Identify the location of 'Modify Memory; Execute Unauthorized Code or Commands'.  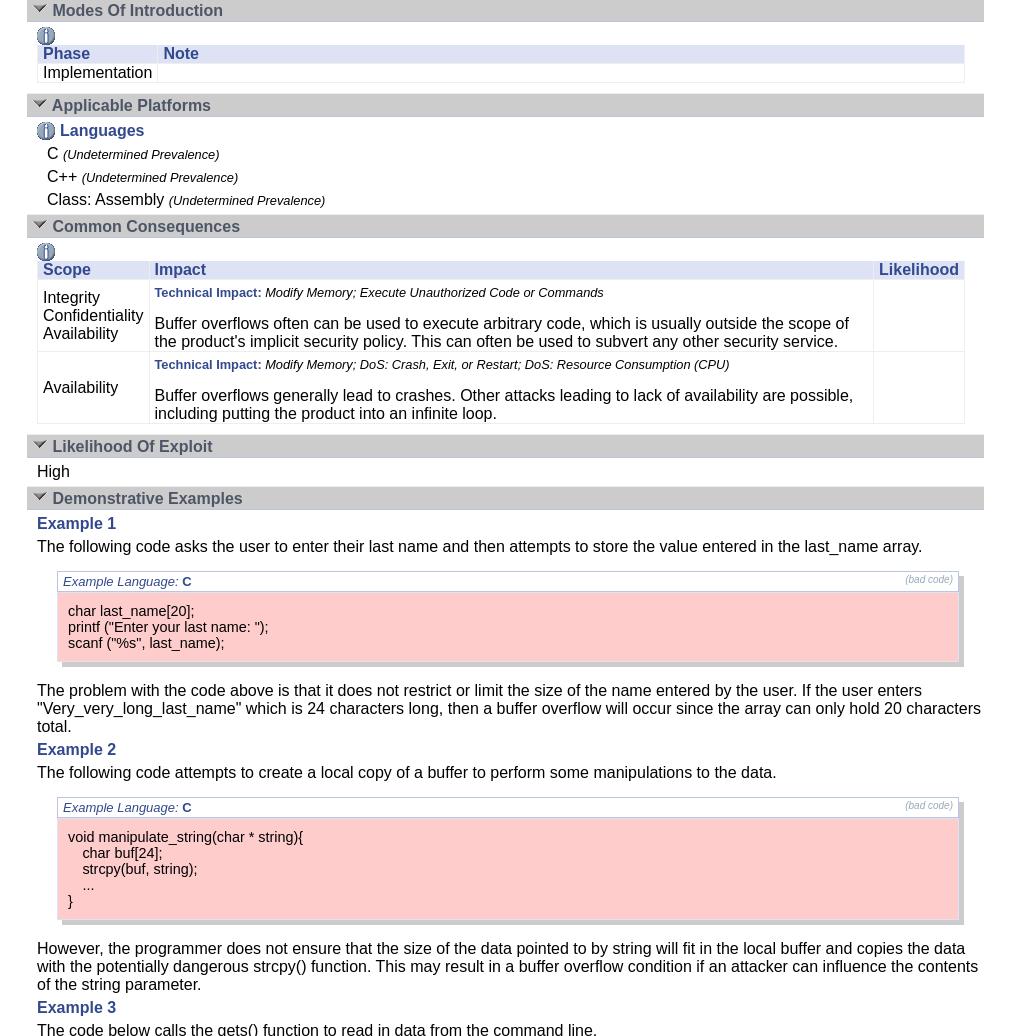
(430, 292).